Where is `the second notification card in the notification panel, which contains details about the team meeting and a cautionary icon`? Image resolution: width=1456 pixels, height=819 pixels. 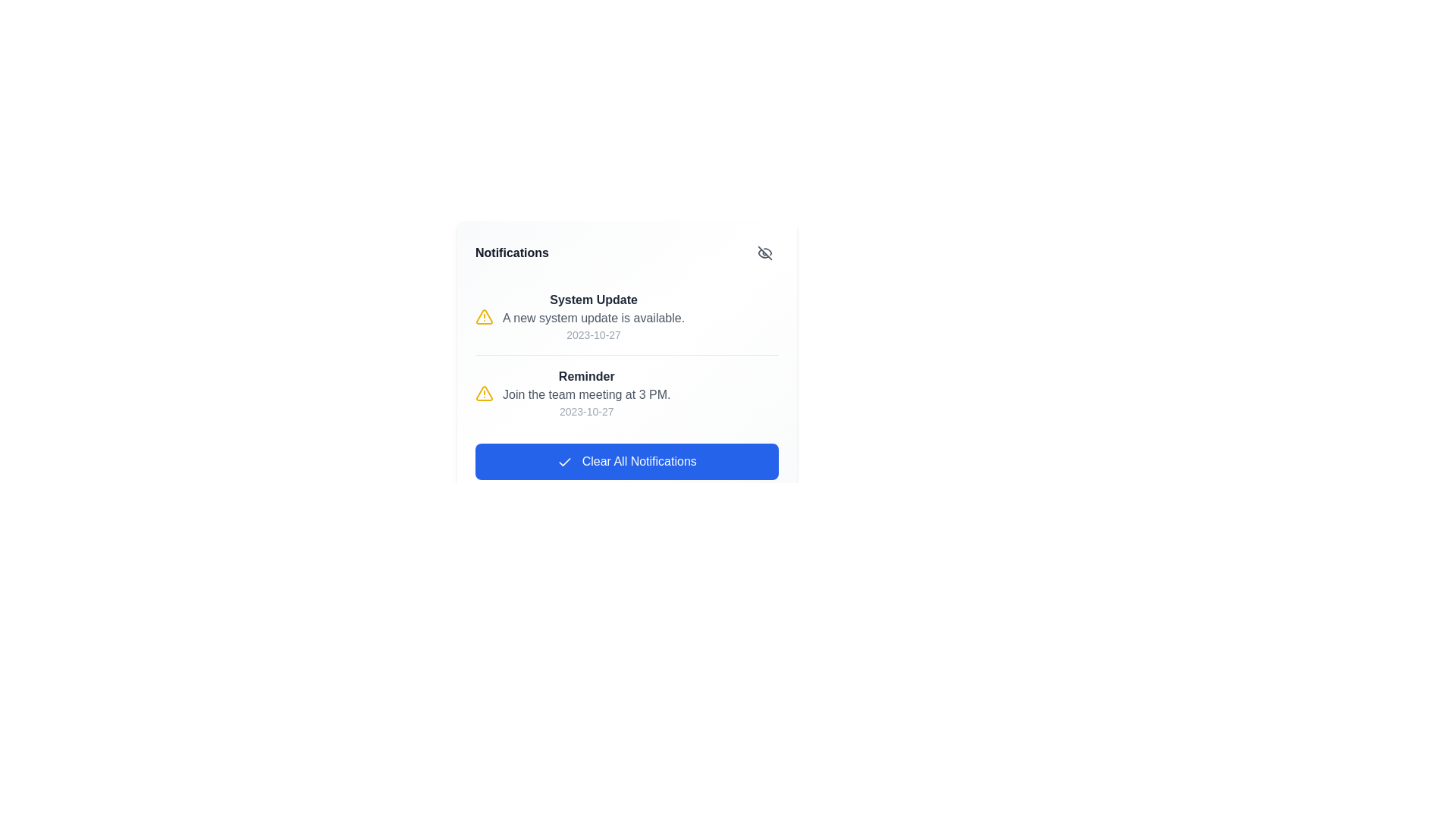
the second notification card in the notification panel, which contains details about the team meeting and a cautionary icon is located at coordinates (626, 393).